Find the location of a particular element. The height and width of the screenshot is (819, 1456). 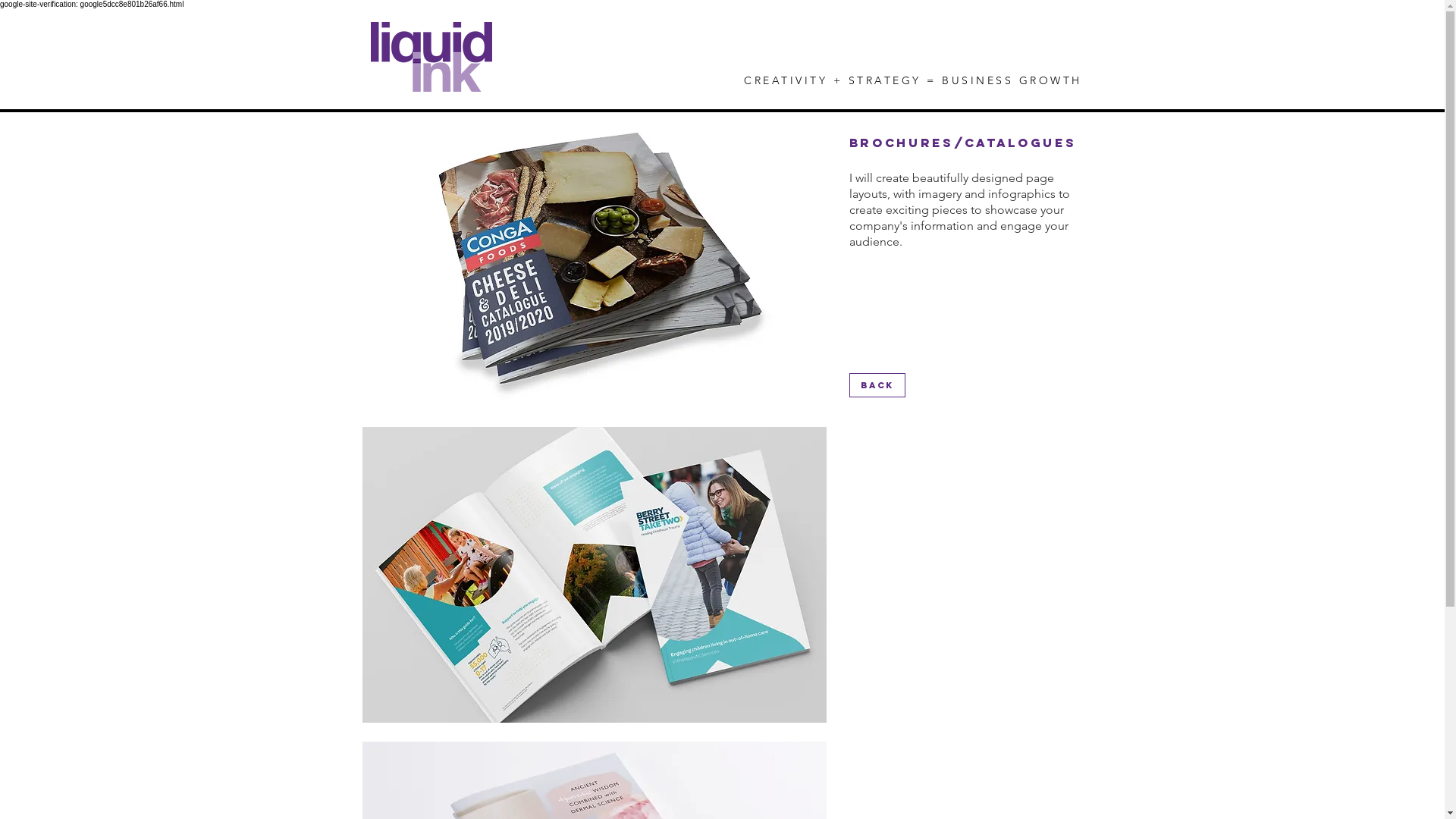

'BACK' is located at coordinates (877, 384).